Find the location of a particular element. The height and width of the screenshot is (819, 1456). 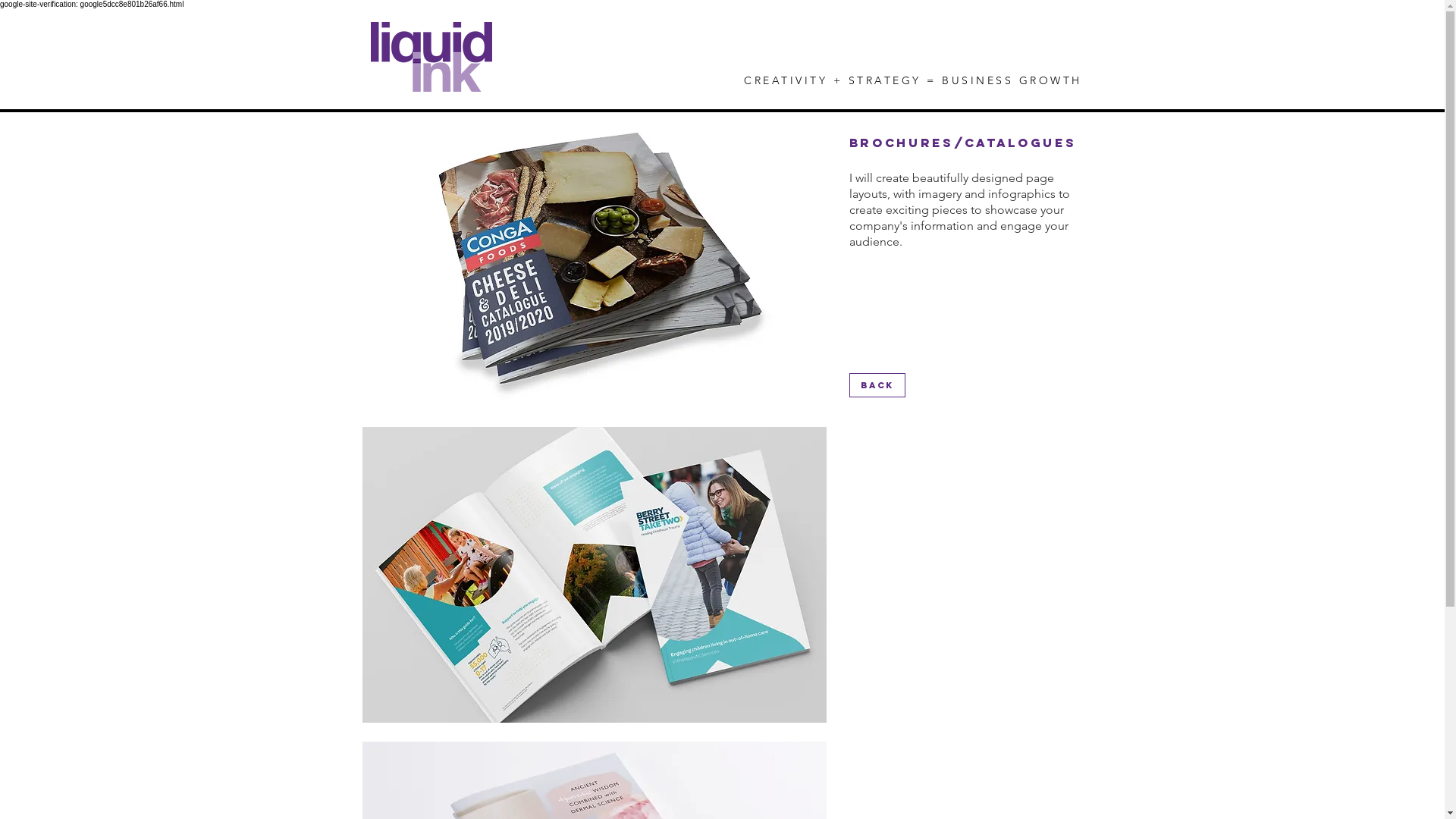

'BACK' is located at coordinates (877, 384).